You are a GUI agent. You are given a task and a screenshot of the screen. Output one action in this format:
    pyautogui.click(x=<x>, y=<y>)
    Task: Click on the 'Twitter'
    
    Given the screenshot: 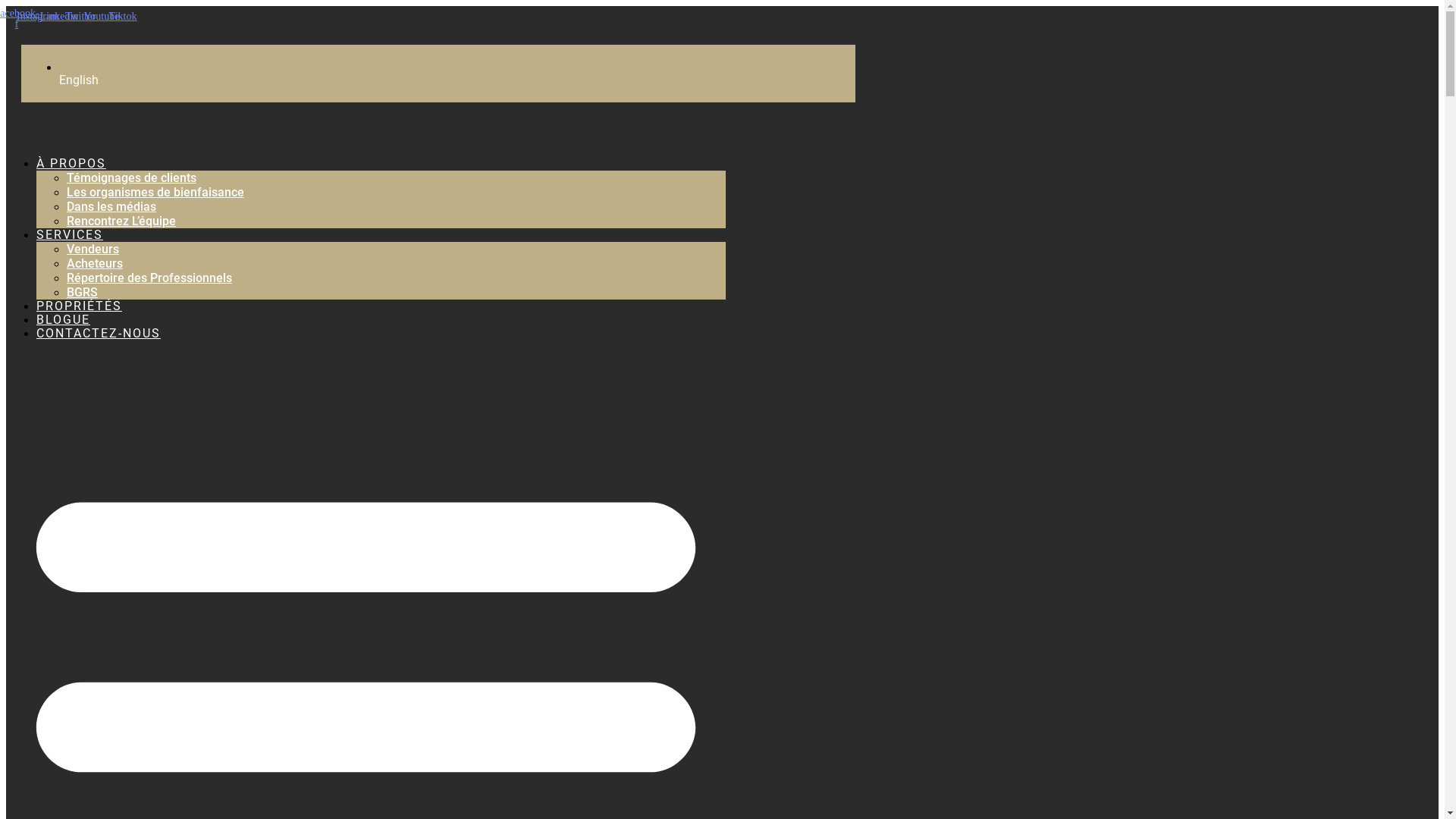 What is the action you would take?
    pyautogui.click(x=79, y=17)
    